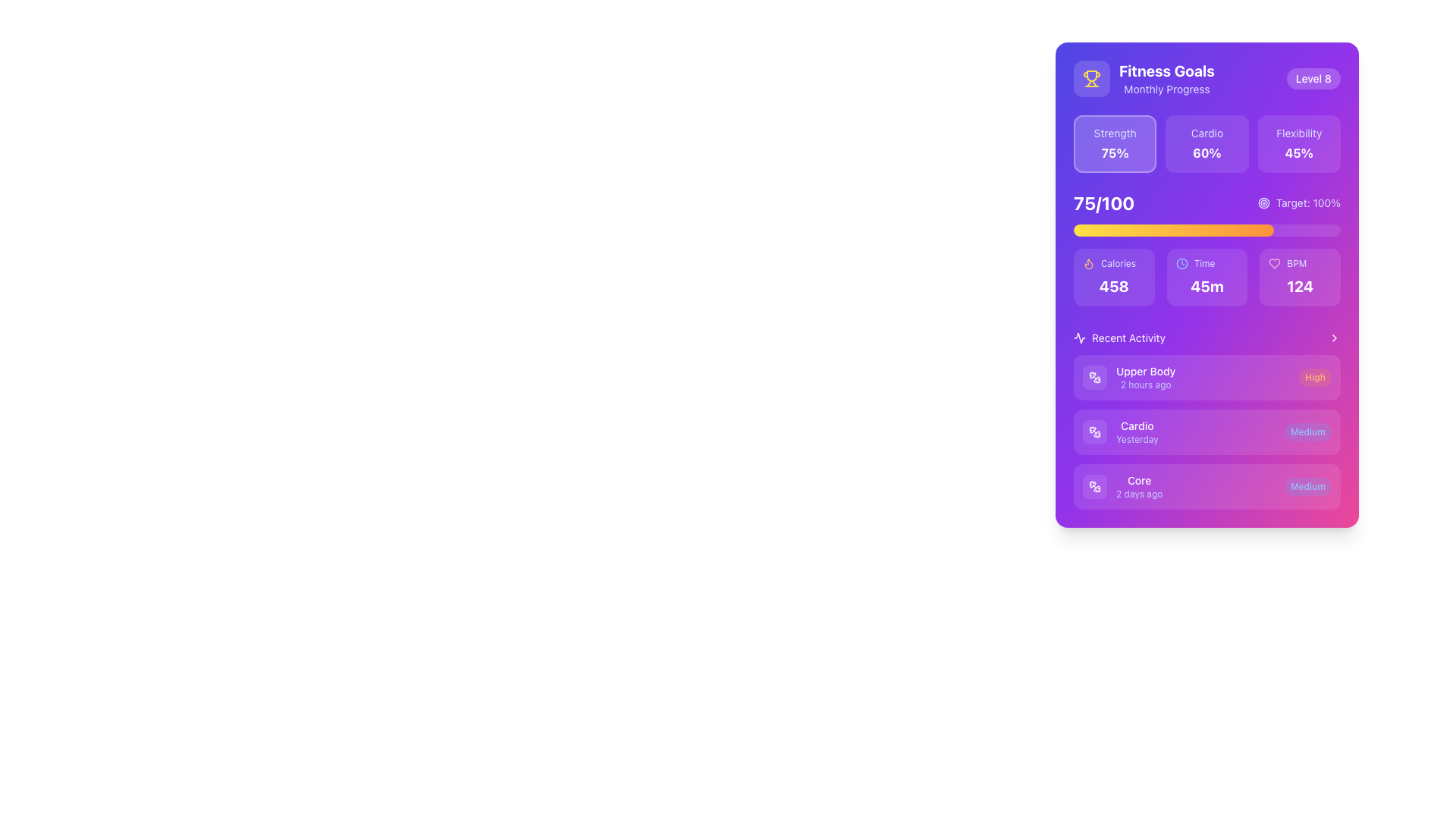 The width and height of the screenshot is (1456, 819). I want to click on the descriptive subtitle text label located below the 'Fitness Goals' title in the card layout, so click(1166, 89).